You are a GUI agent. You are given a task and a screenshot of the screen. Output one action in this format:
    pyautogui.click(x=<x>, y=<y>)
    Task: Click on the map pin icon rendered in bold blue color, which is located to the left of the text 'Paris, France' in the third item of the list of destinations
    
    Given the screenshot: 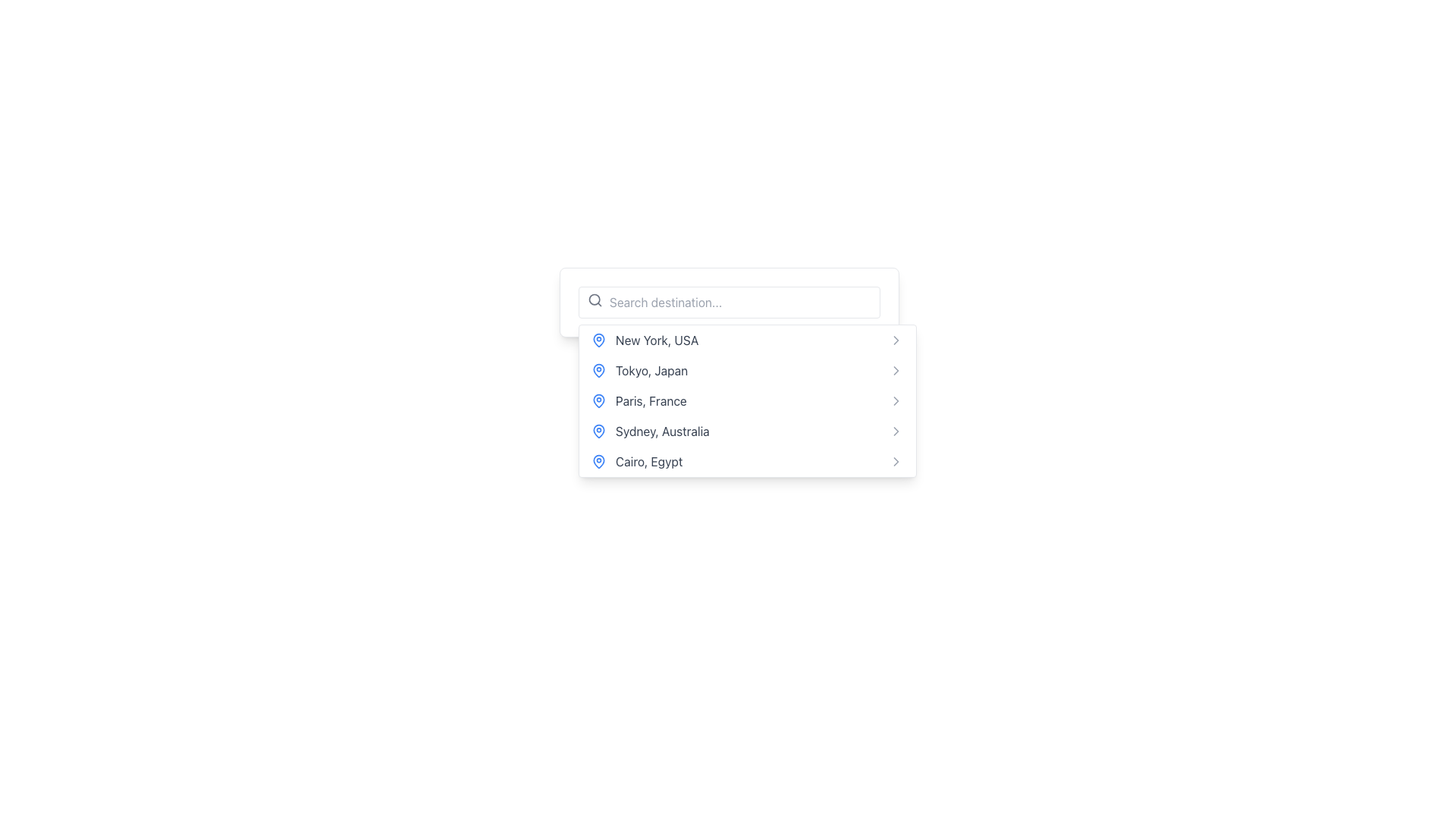 What is the action you would take?
    pyautogui.click(x=598, y=400)
    